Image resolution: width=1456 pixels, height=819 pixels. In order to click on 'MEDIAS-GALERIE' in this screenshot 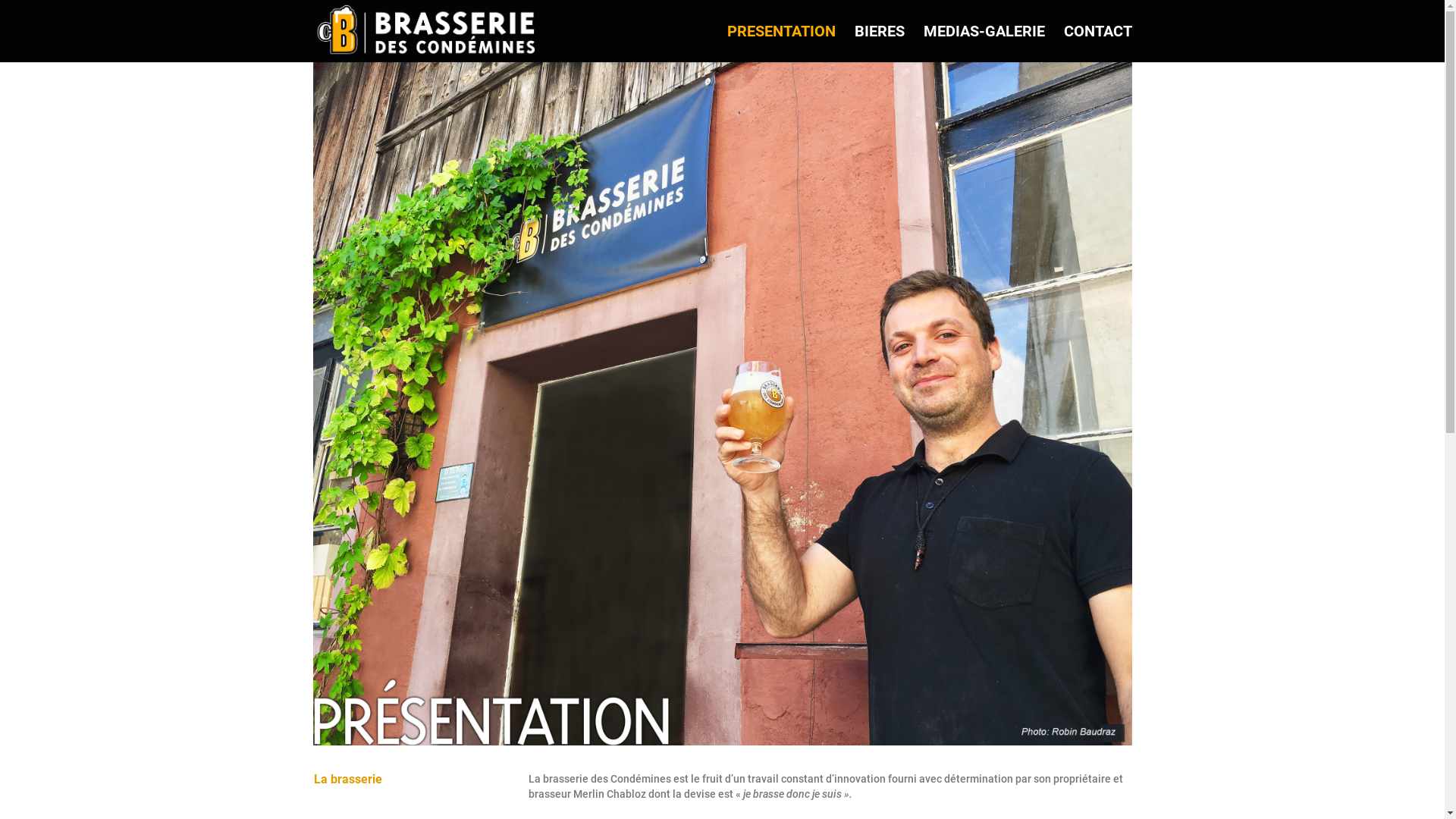, I will do `click(923, 42)`.